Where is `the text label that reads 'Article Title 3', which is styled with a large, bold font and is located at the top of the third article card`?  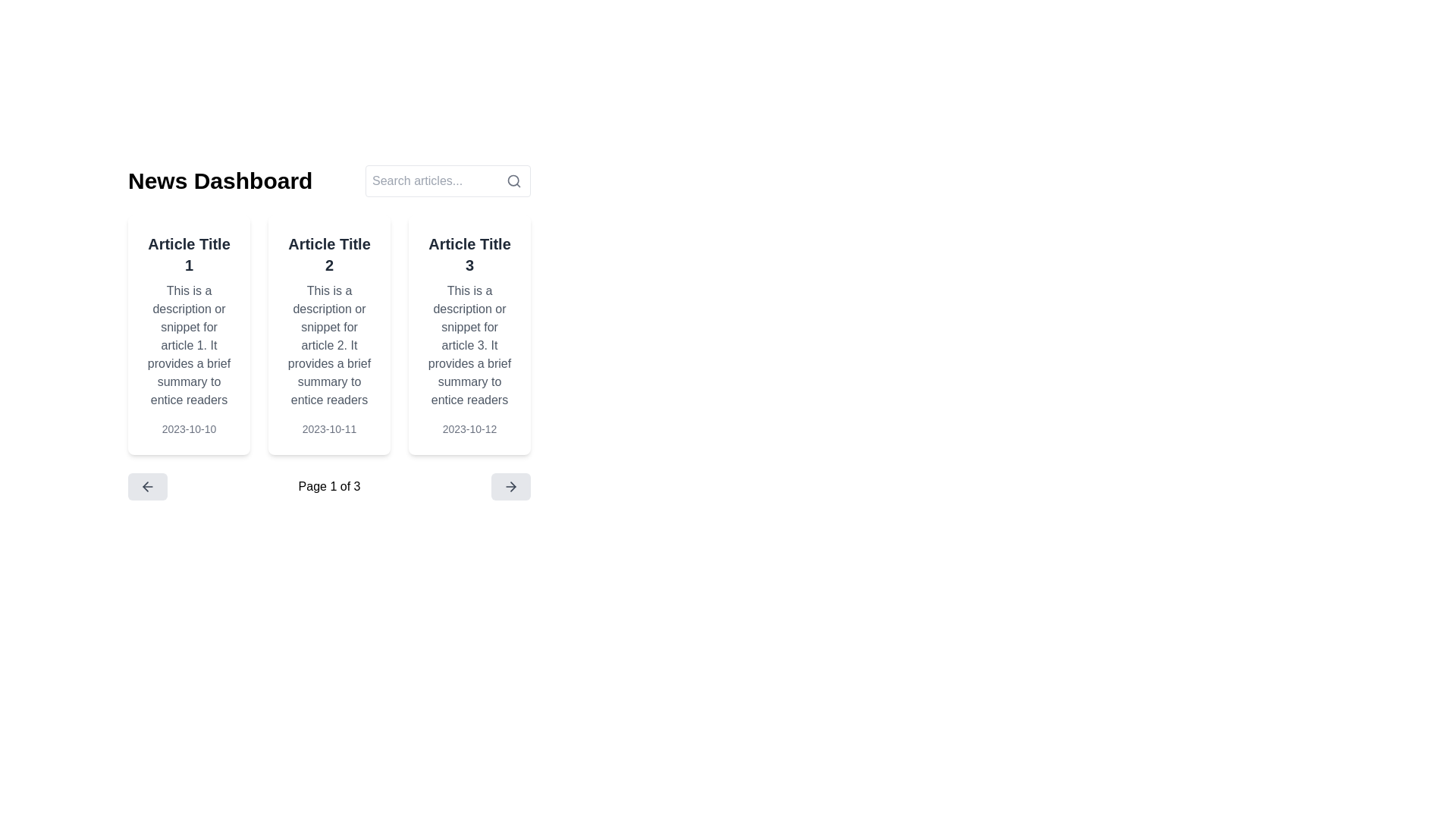
the text label that reads 'Article Title 3', which is styled with a large, bold font and is located at the top of the third article card is located at coordinates (469, 253).